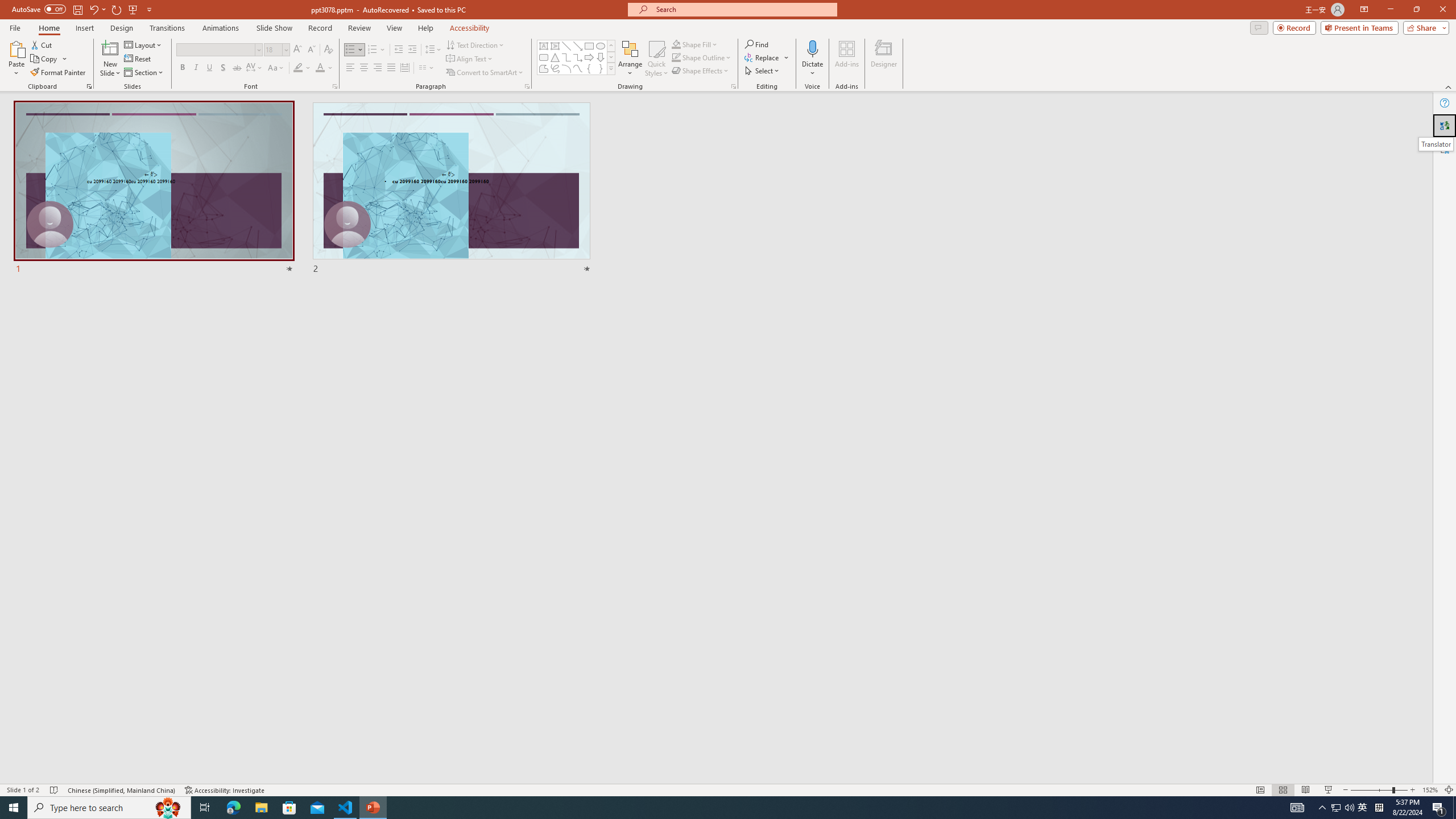 This screenshot has width=1456, height=819. Describe the element at coordinates (656, 59) in the screenshot. I see `'Quick Styles'` at that location.